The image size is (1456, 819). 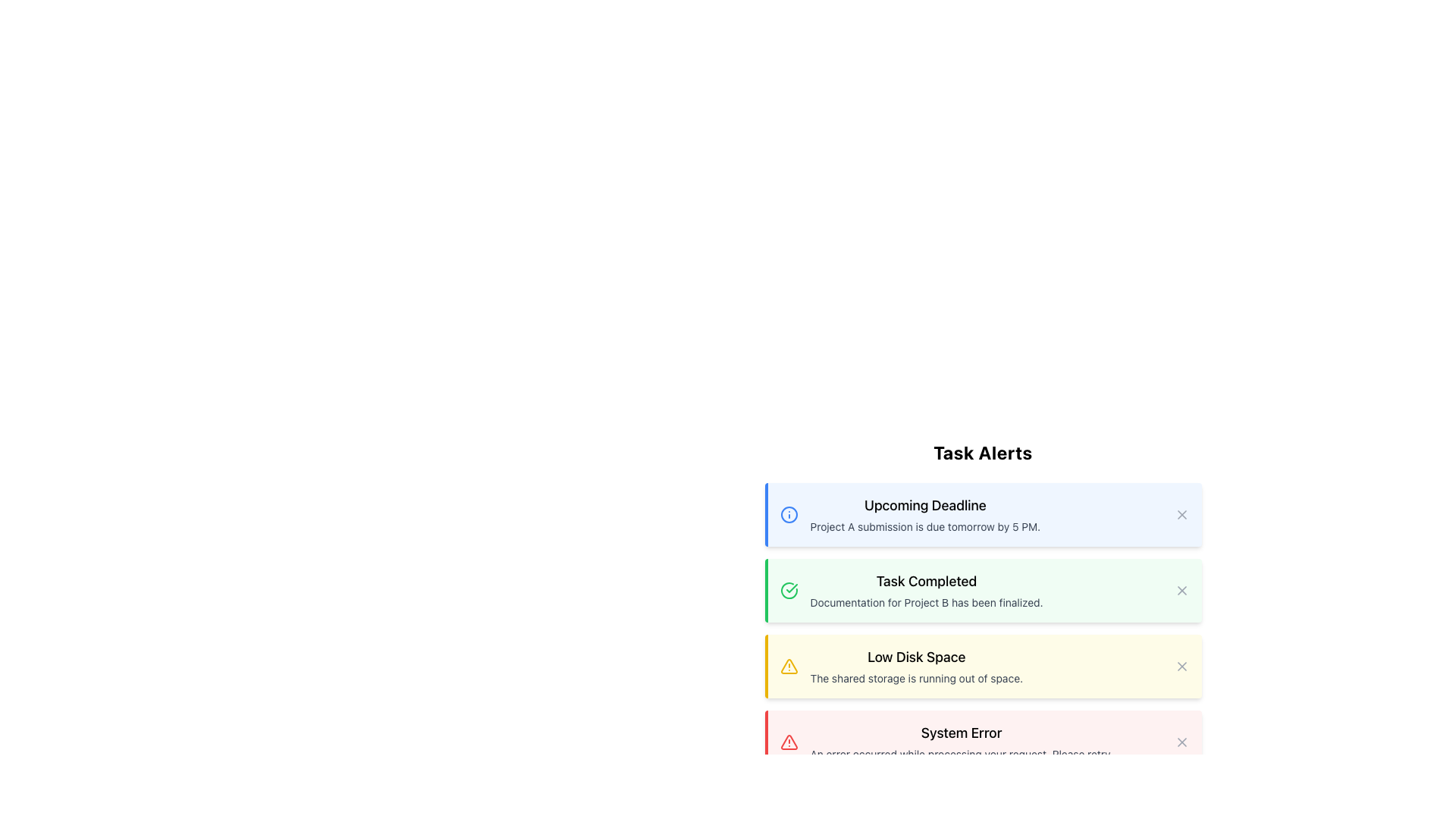 I want to click on the SVG Circle Element centered within the blue-bordered notification card labeled 'Upcoming Deadline', so click(x=789, y=513).